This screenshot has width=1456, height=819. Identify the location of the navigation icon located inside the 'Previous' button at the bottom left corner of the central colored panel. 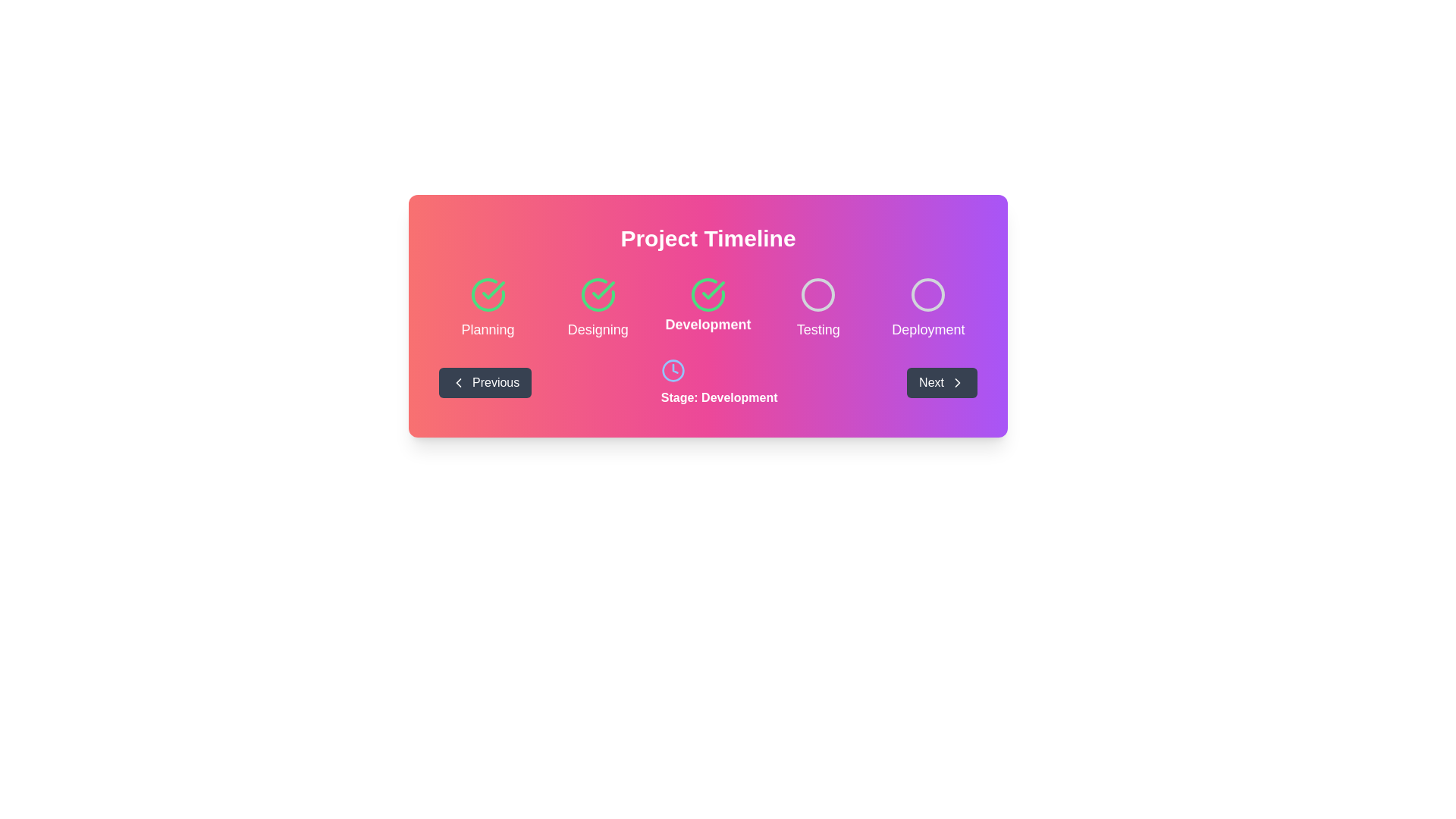
(457, 382).